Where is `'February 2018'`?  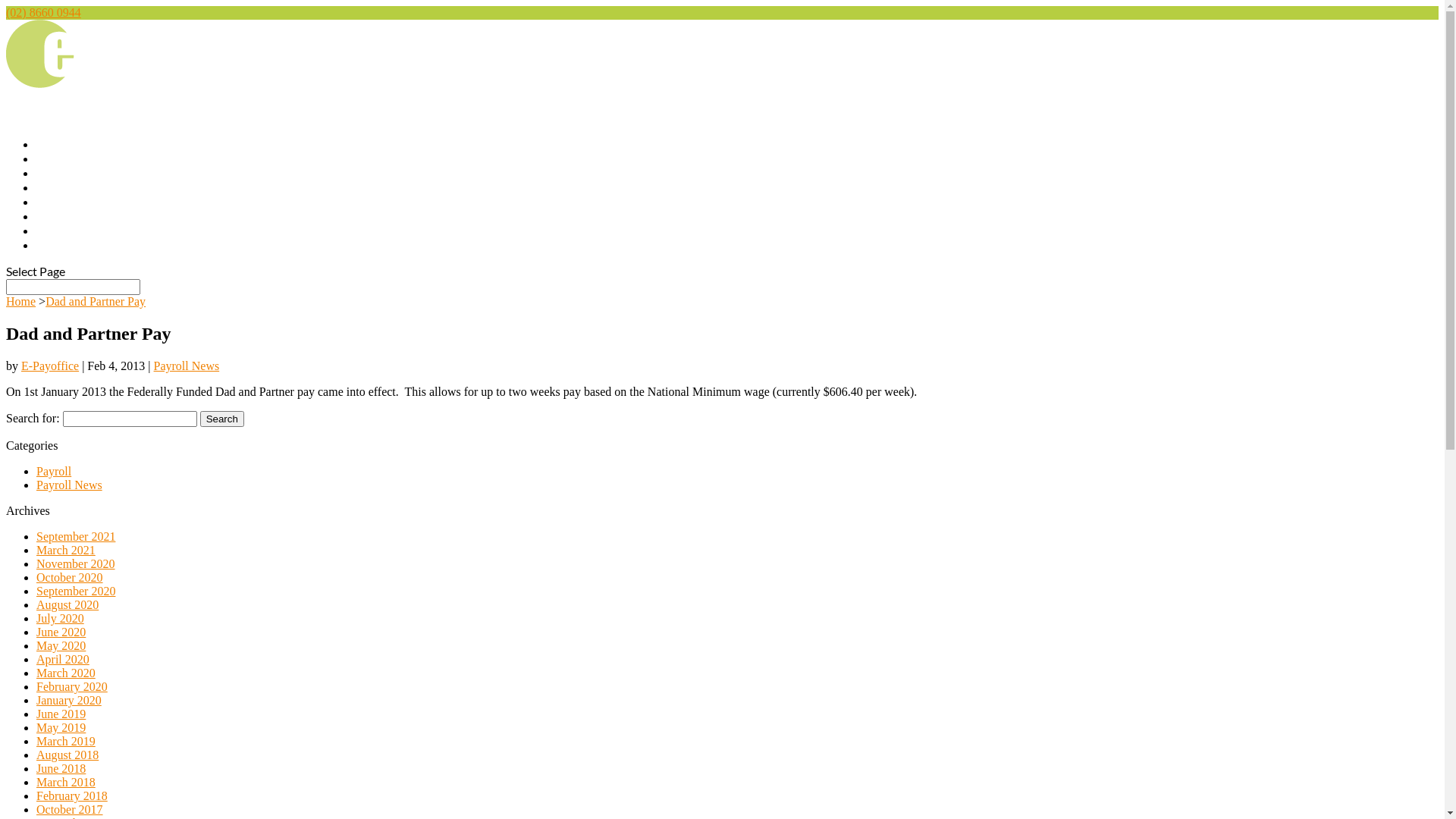 'February 2018' is located at coordinates (36, 795).